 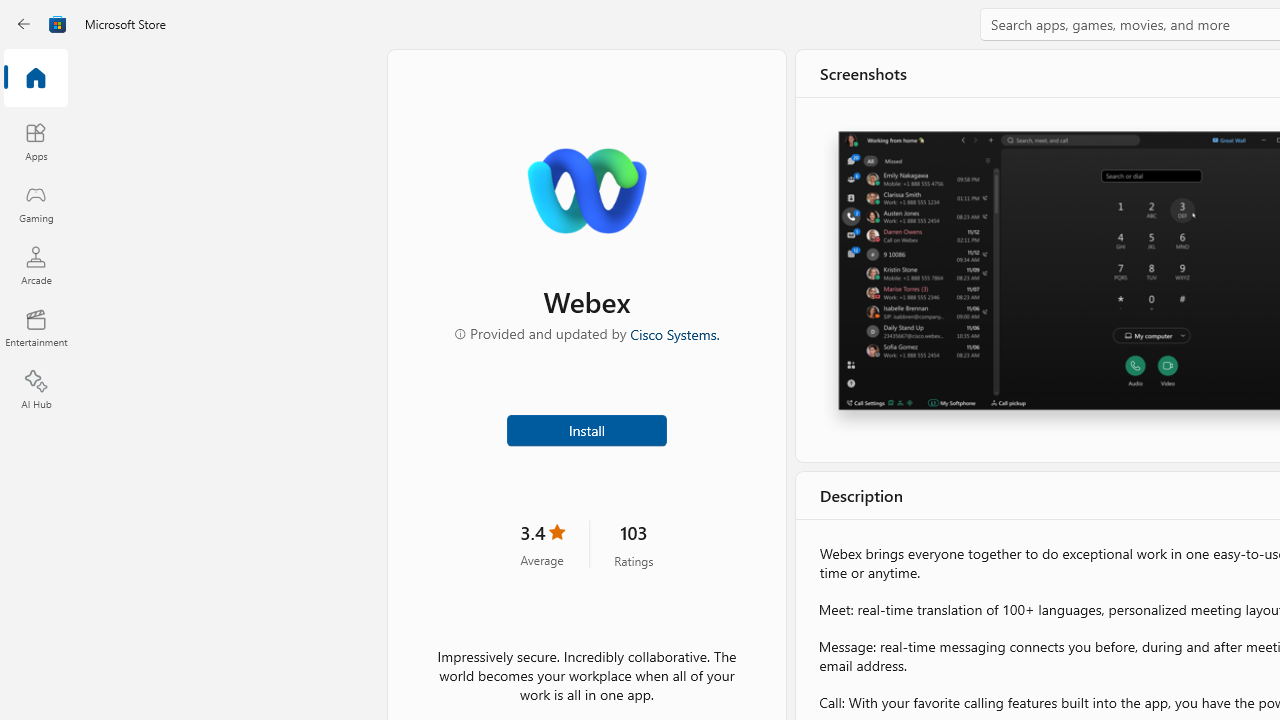 I want to click on 'Class: Image', so click(x=58, y=24).